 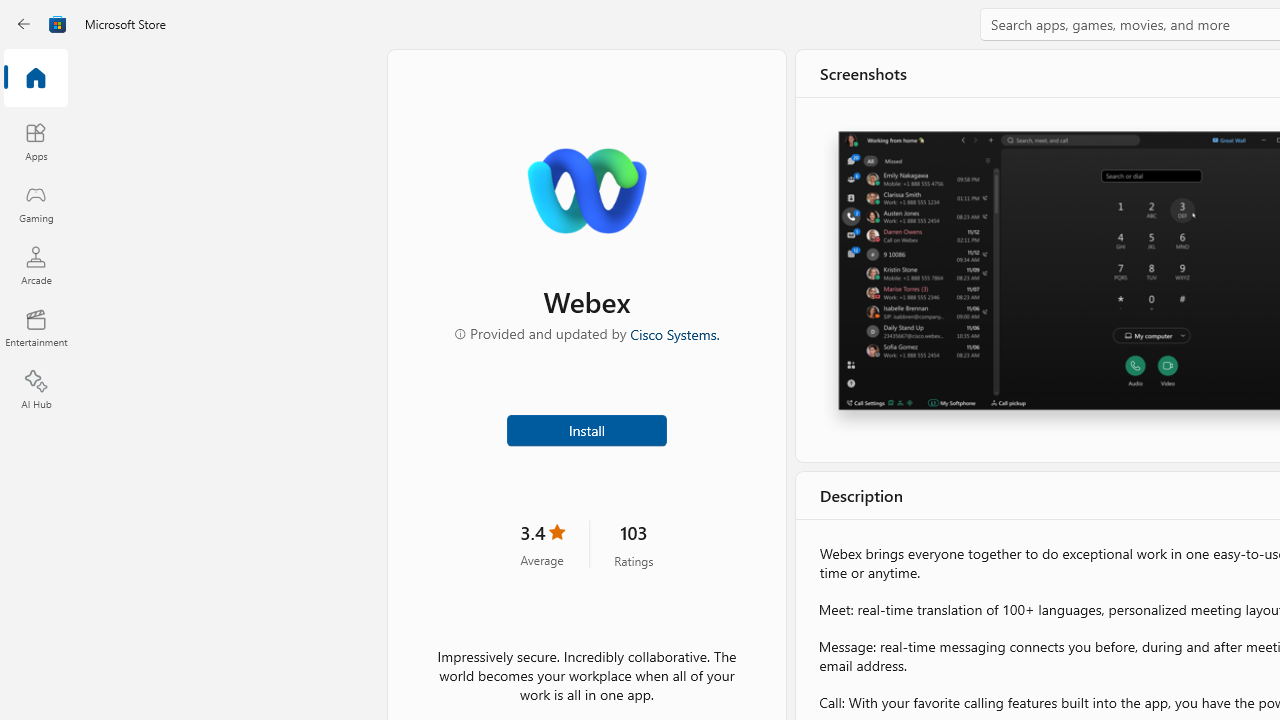 I want to click on 'Class: Image', so click(x=58, y=24).